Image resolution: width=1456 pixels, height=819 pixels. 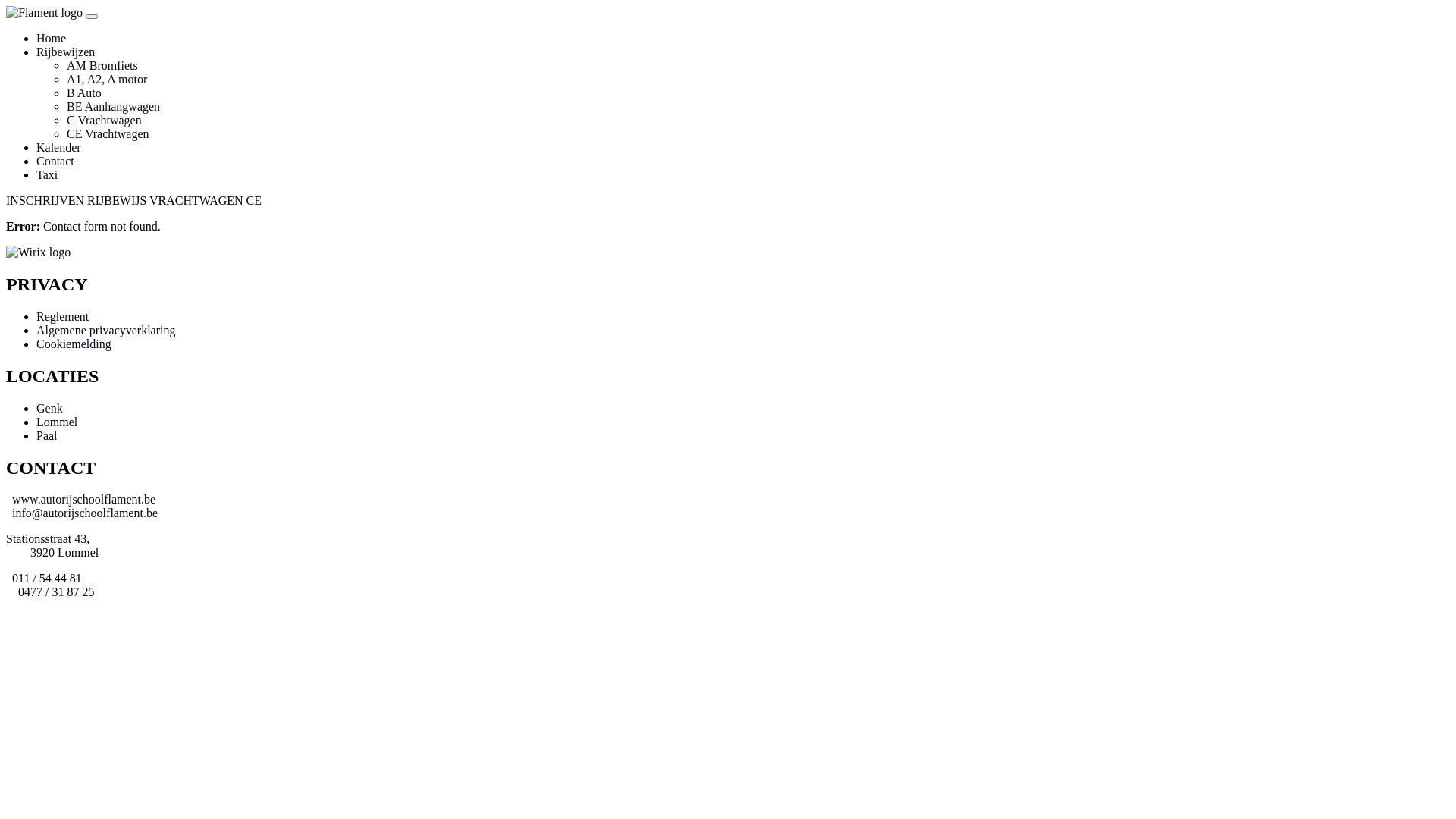 I want to click on 'A1, A2, A motor', so click(x=65, y=79).